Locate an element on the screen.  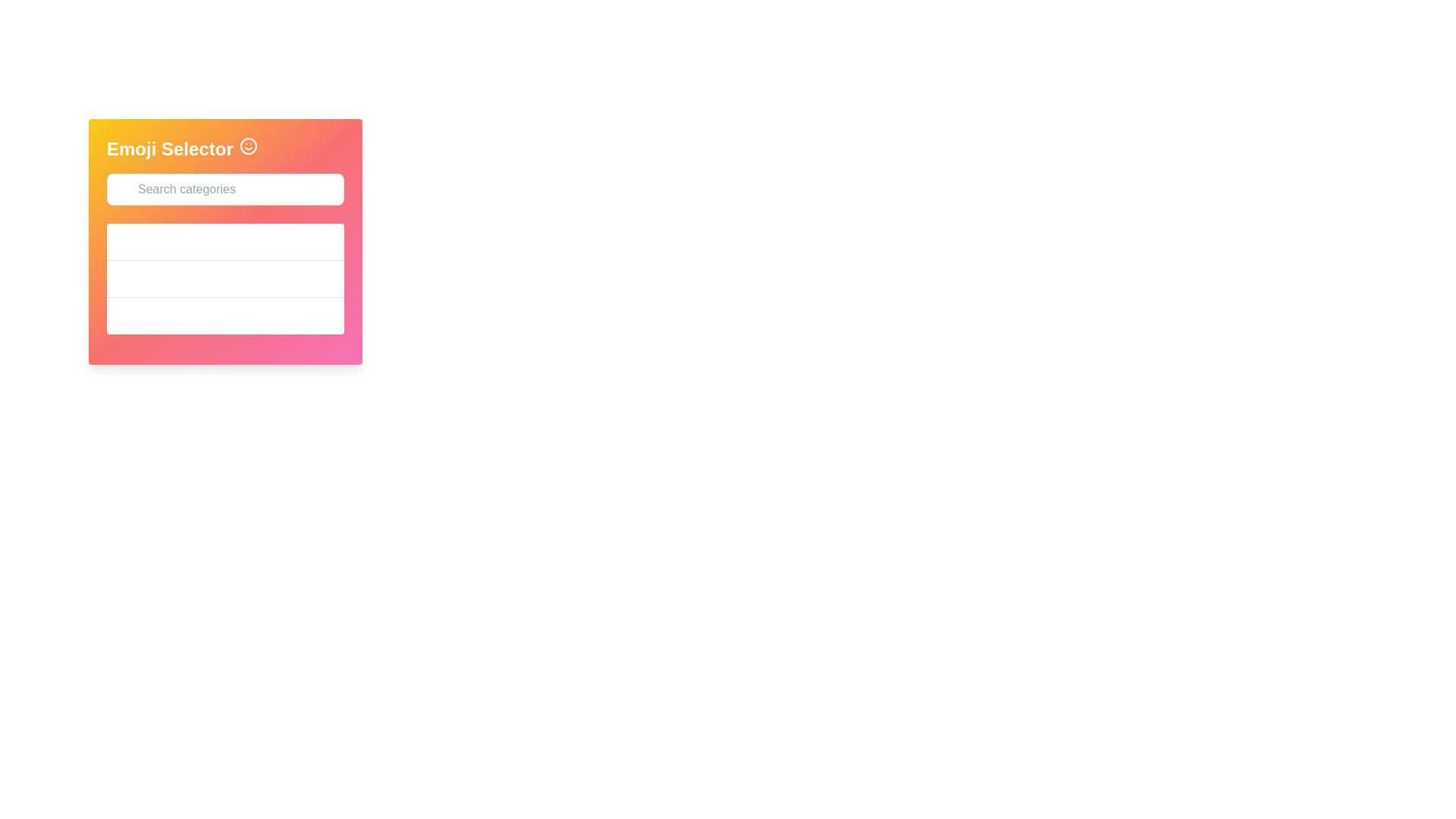
the search input field with placeholder text 'Search categories' is located at coordinates (224, 189).